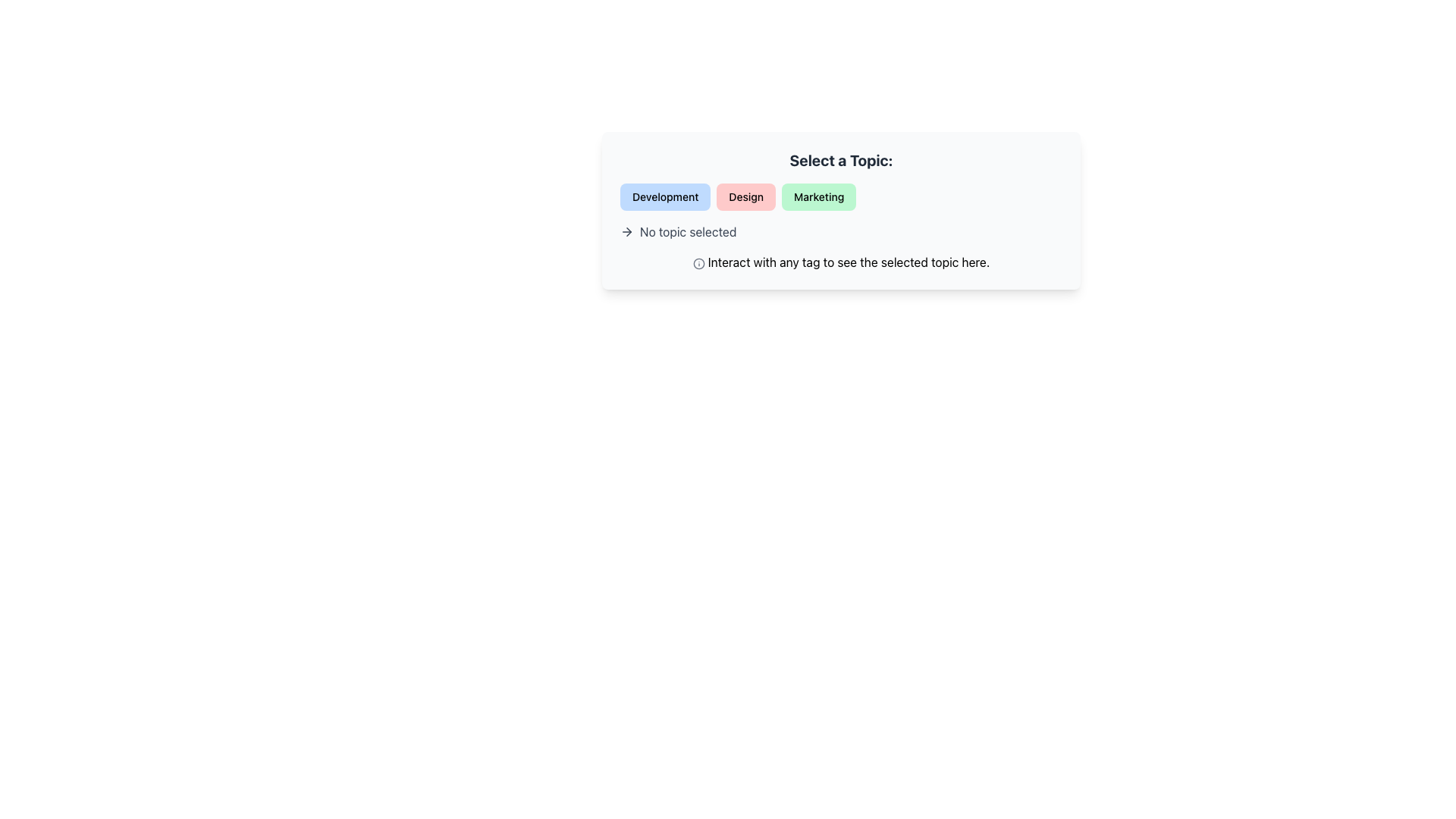 The width and height of the screenshot is (1456, 819). I want to click on the 'Marketing' category button, which is the third button in a horizontal arrangement at the top center of the interface, so click(818, 196).